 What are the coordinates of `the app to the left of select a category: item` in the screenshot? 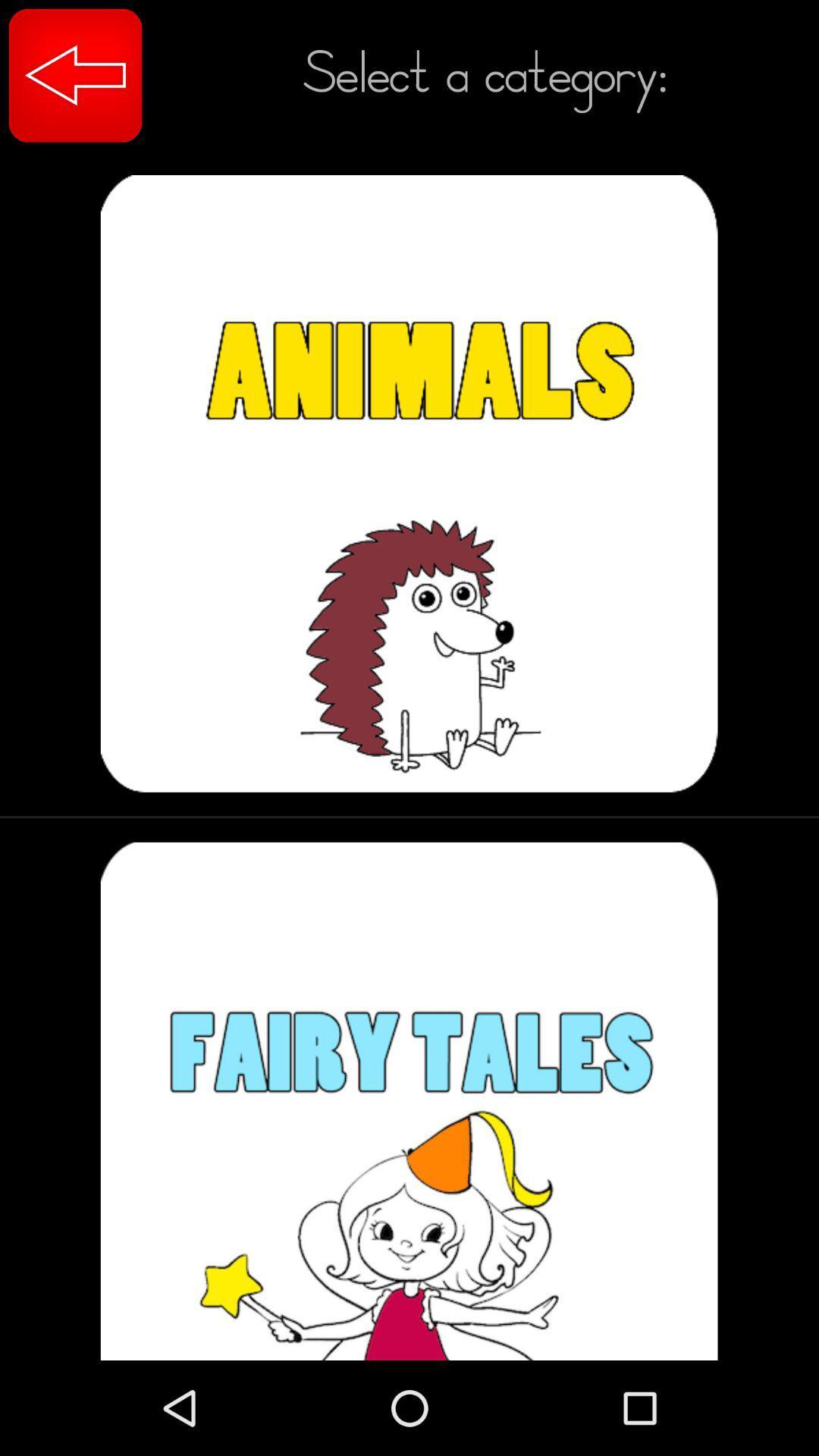 It's located at (75, 74).